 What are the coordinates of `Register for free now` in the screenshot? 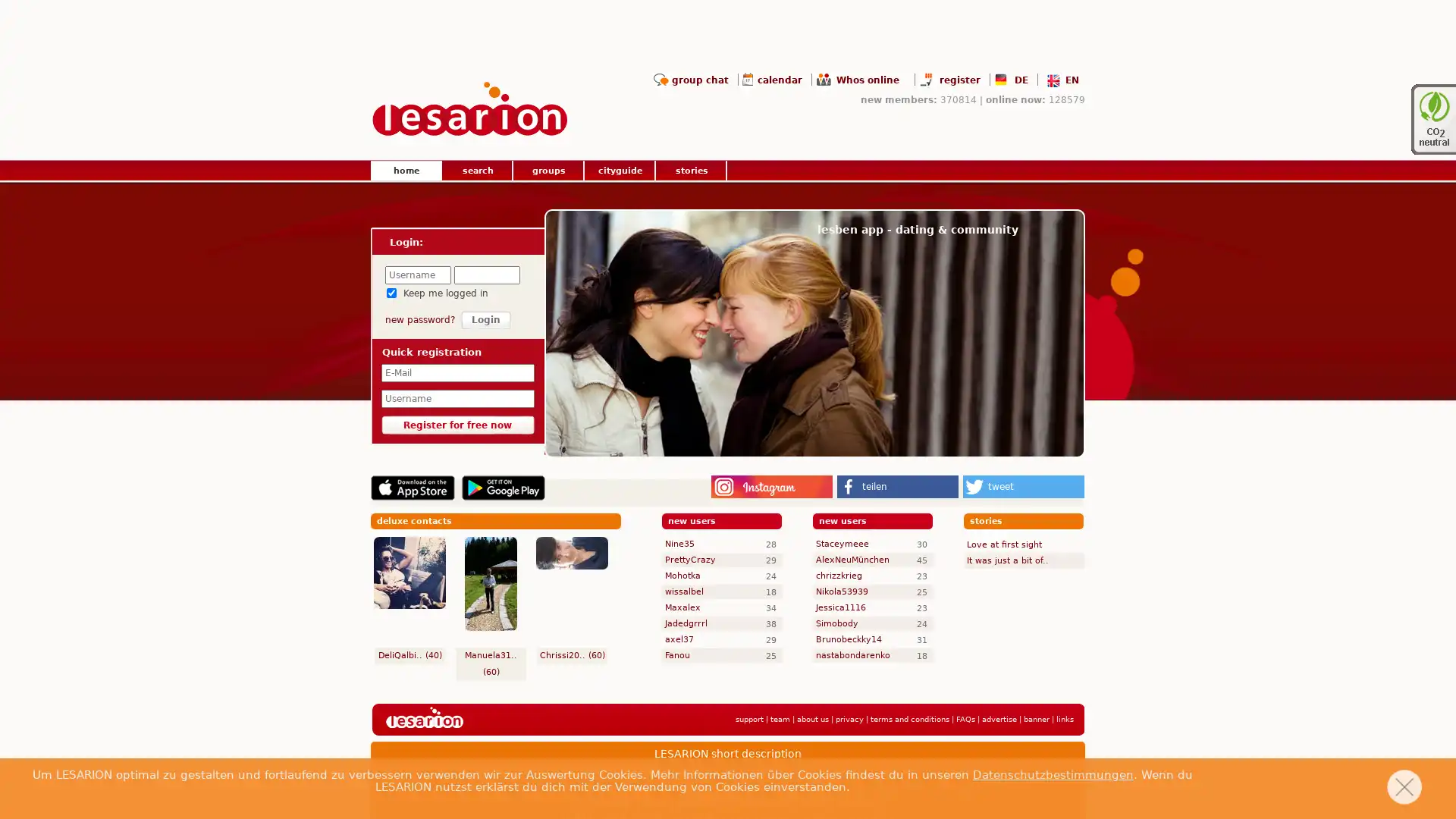 It's located at (457, 425).